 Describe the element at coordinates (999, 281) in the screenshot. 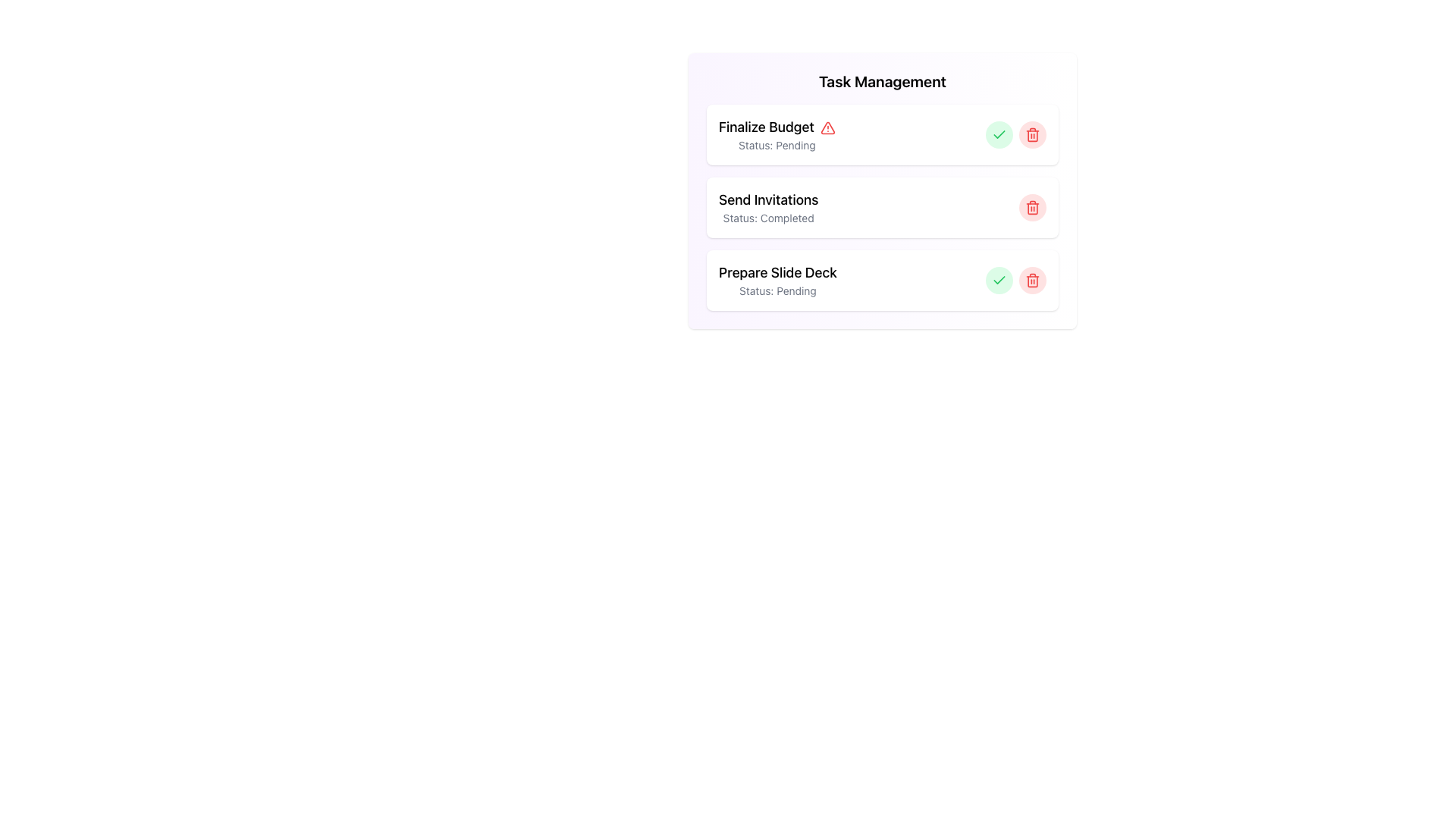

I see `the checkmark icon inside the circular button adjacent to the 'Prepare Slide Deck' task entry to interact with the associated task status` at that location.